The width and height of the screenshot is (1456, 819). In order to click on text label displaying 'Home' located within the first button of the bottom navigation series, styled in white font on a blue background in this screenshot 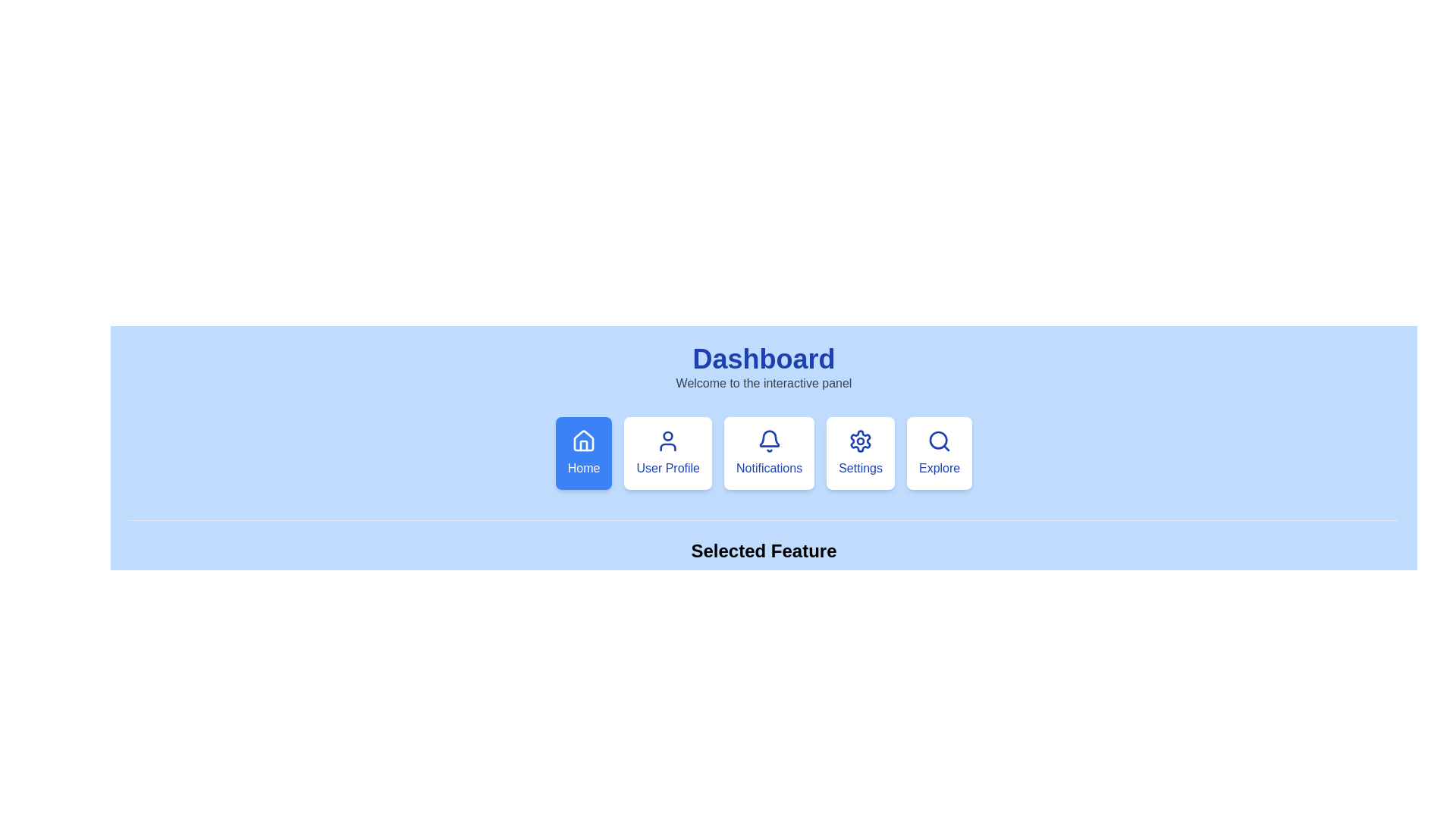, I will do `click(583, 467)`.